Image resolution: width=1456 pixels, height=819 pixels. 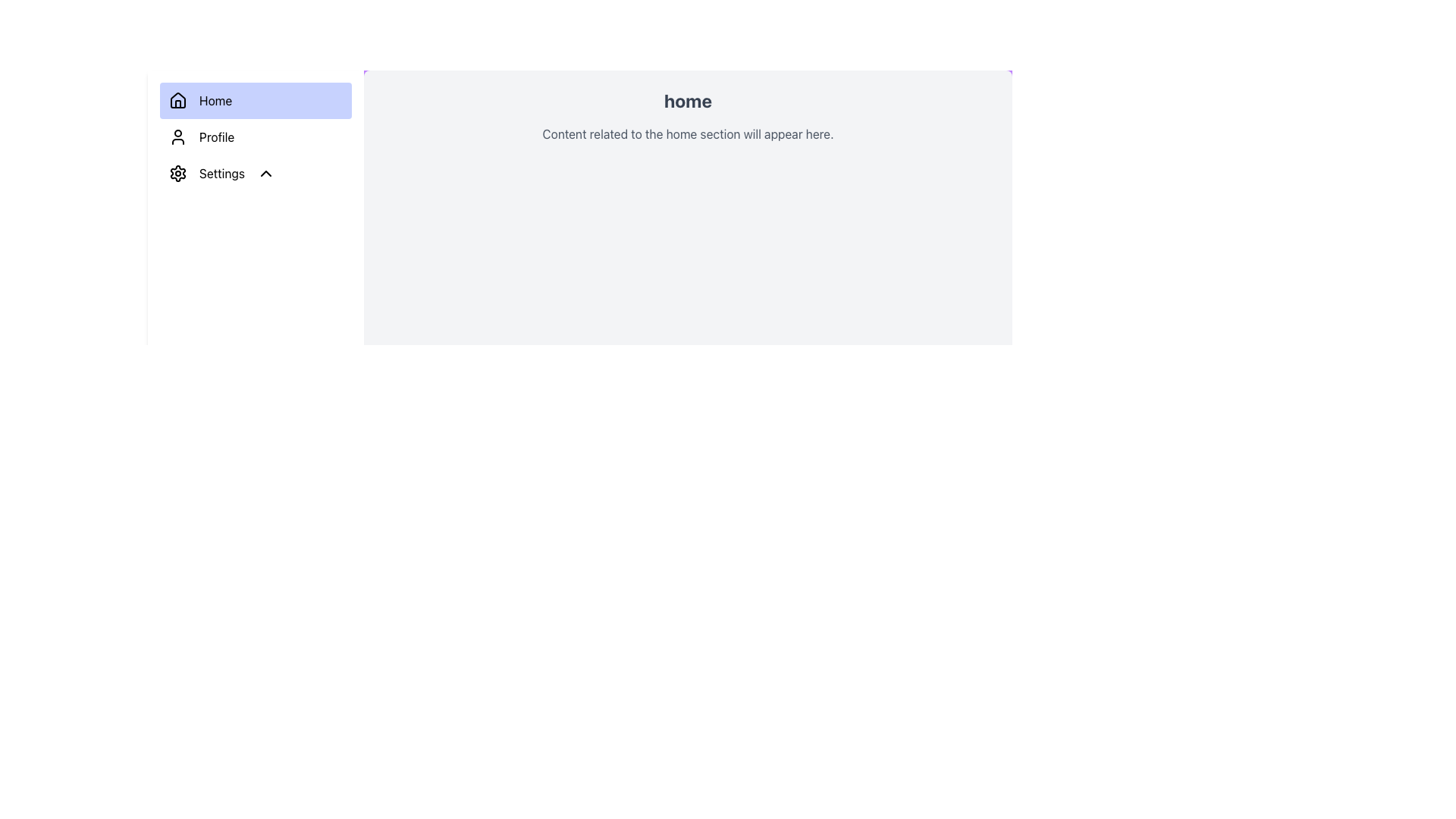 What do you see at coordinates (256, 100) in the screenshot?
I see `the 'Home' button with a light indigo background and house icon` at bounding box center [256, 100].